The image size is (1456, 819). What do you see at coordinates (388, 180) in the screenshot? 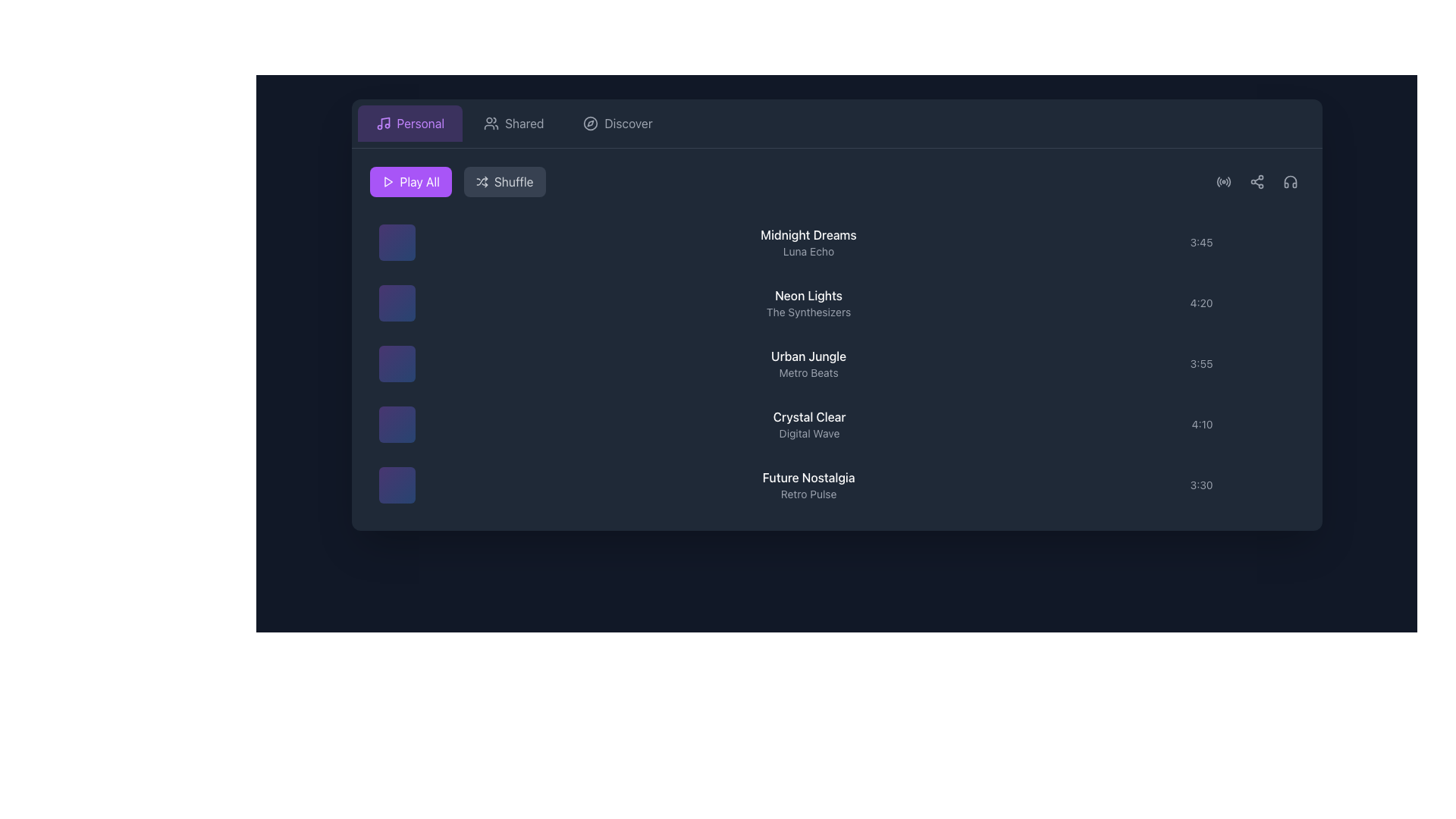
I see `the play icon located to the left of the 'Play All' text, which is part of the 'Play All' button` at bounding box center [388, 180].